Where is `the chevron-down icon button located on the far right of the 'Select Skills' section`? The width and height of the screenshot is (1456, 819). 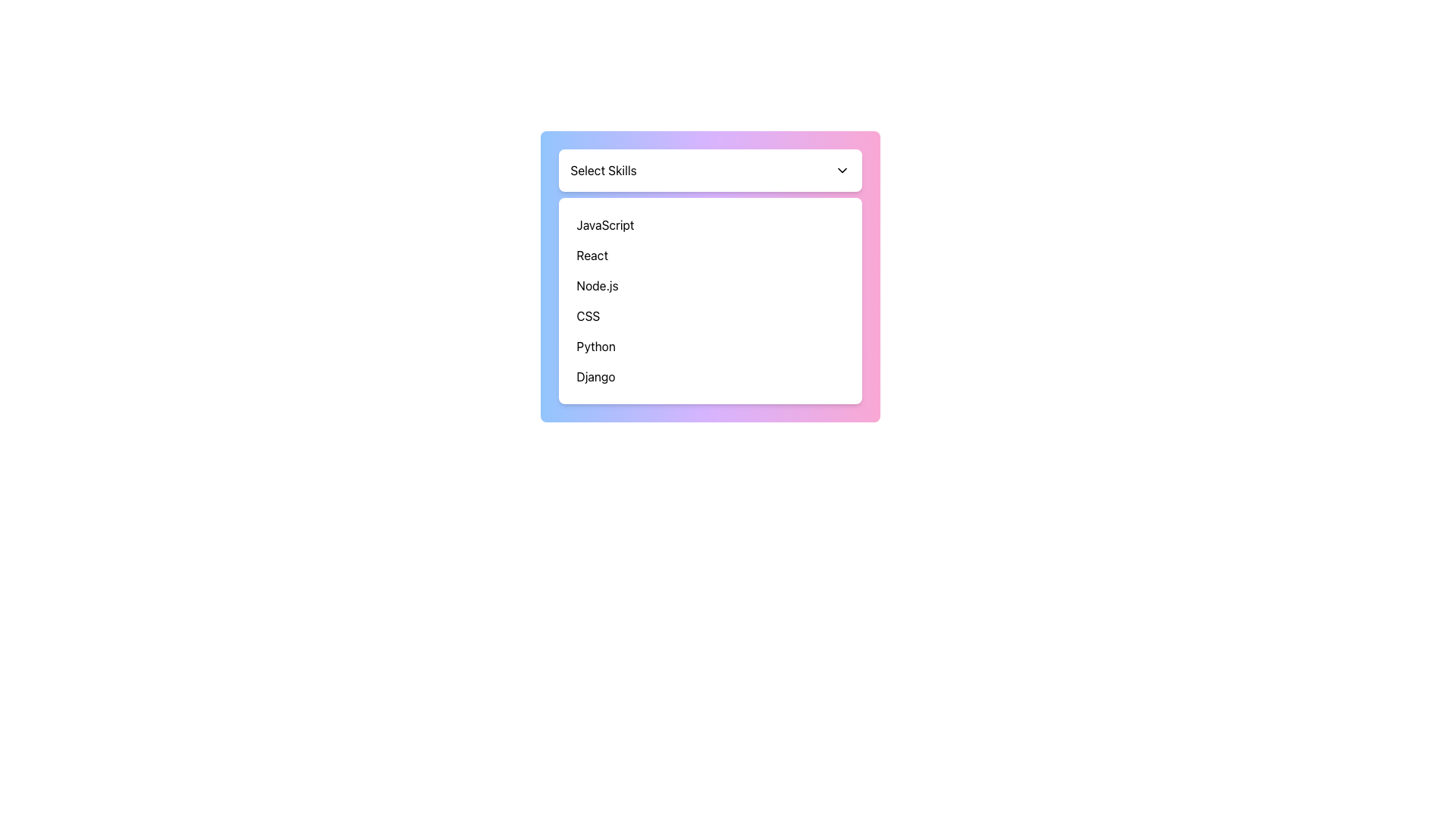 the chevron-down icon button located on the far right of the 'Select Skills' section is located at coordinates (841, 170).